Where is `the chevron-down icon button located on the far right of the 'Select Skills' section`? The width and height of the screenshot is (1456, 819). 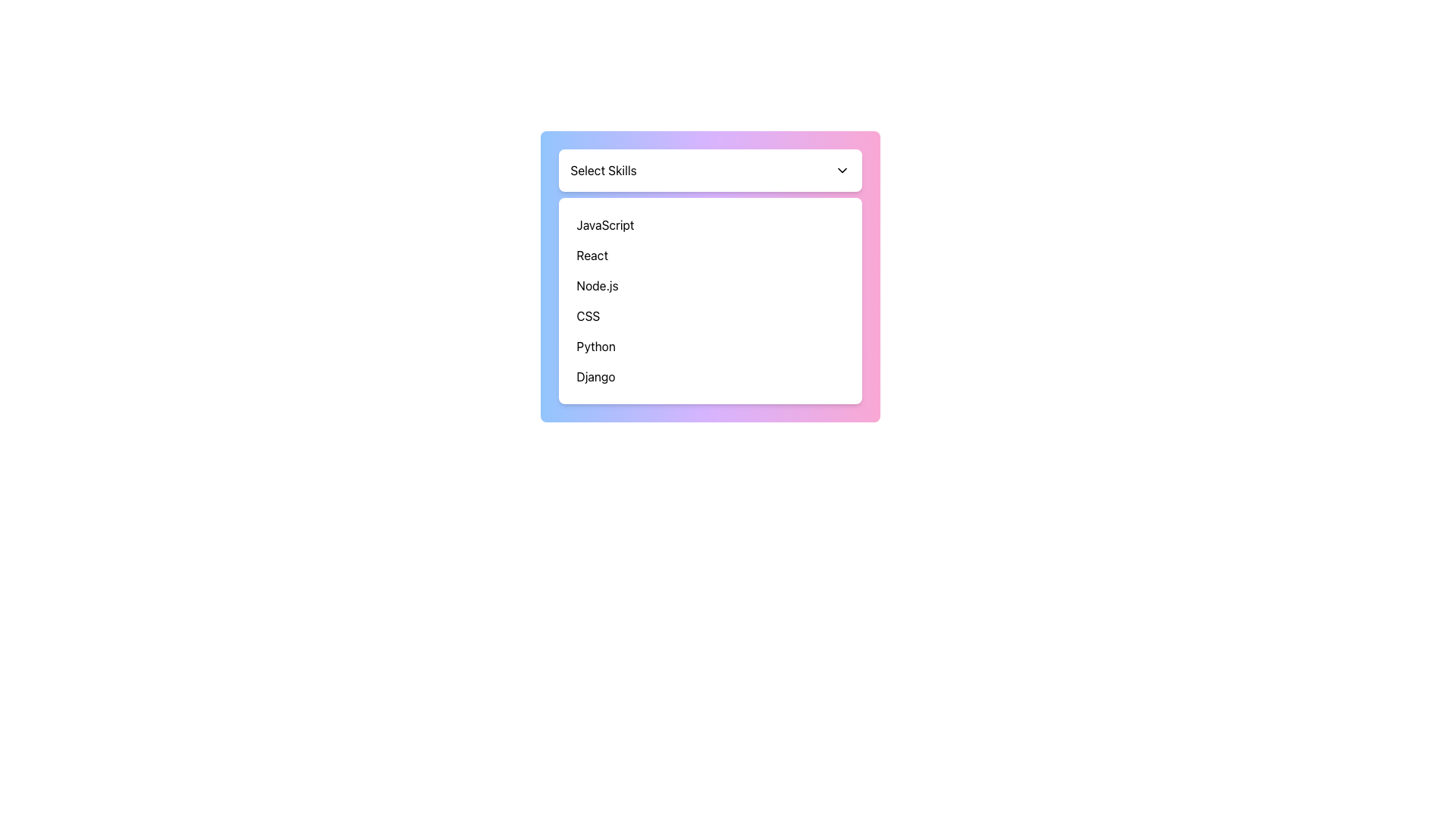 the chevron-down icon button located on the far right of the 'Select Skills' section is located at coordinates (841, 170).